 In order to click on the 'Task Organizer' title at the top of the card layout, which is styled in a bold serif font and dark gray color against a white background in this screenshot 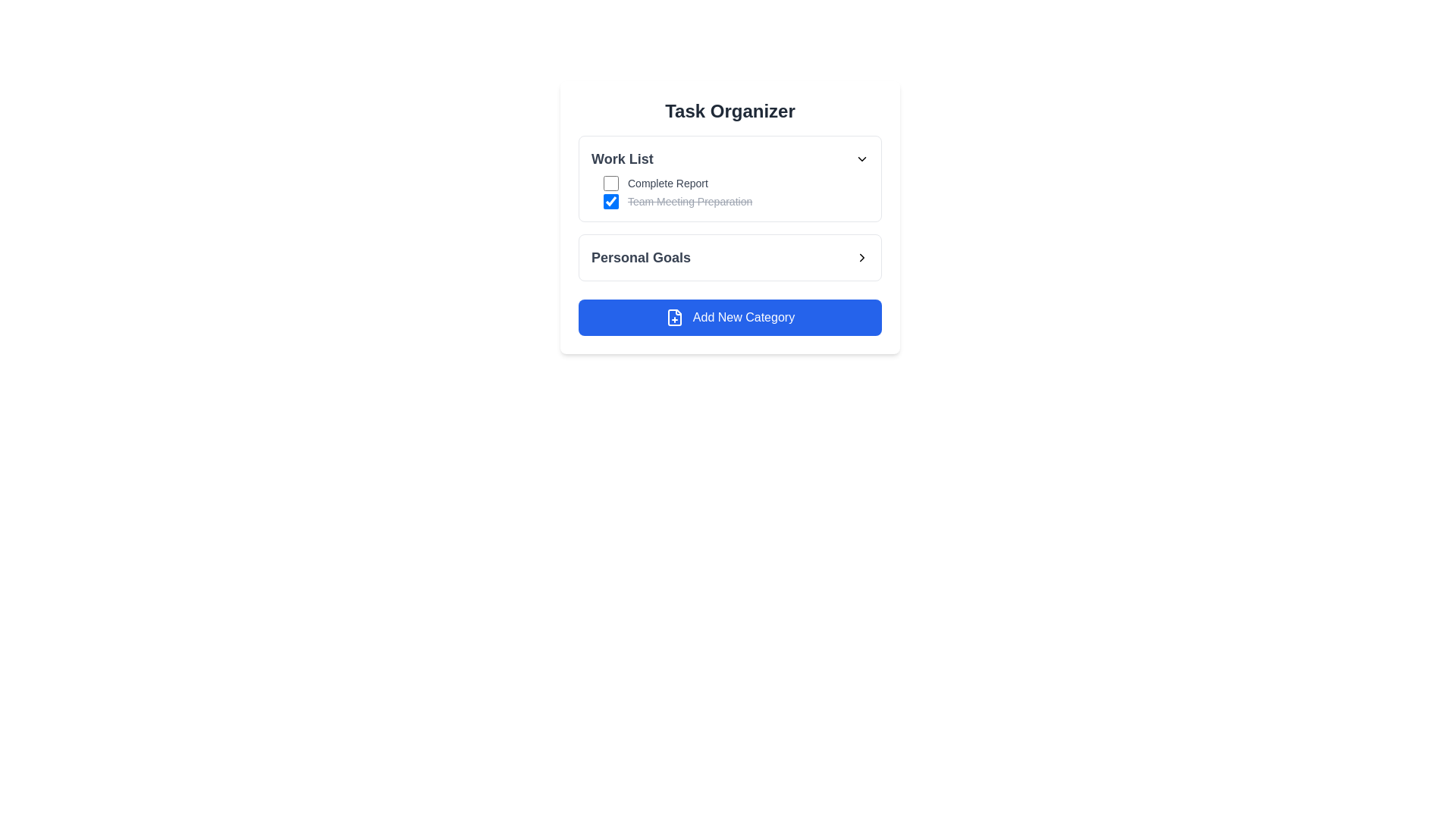, I will do `click(730, 110)`.